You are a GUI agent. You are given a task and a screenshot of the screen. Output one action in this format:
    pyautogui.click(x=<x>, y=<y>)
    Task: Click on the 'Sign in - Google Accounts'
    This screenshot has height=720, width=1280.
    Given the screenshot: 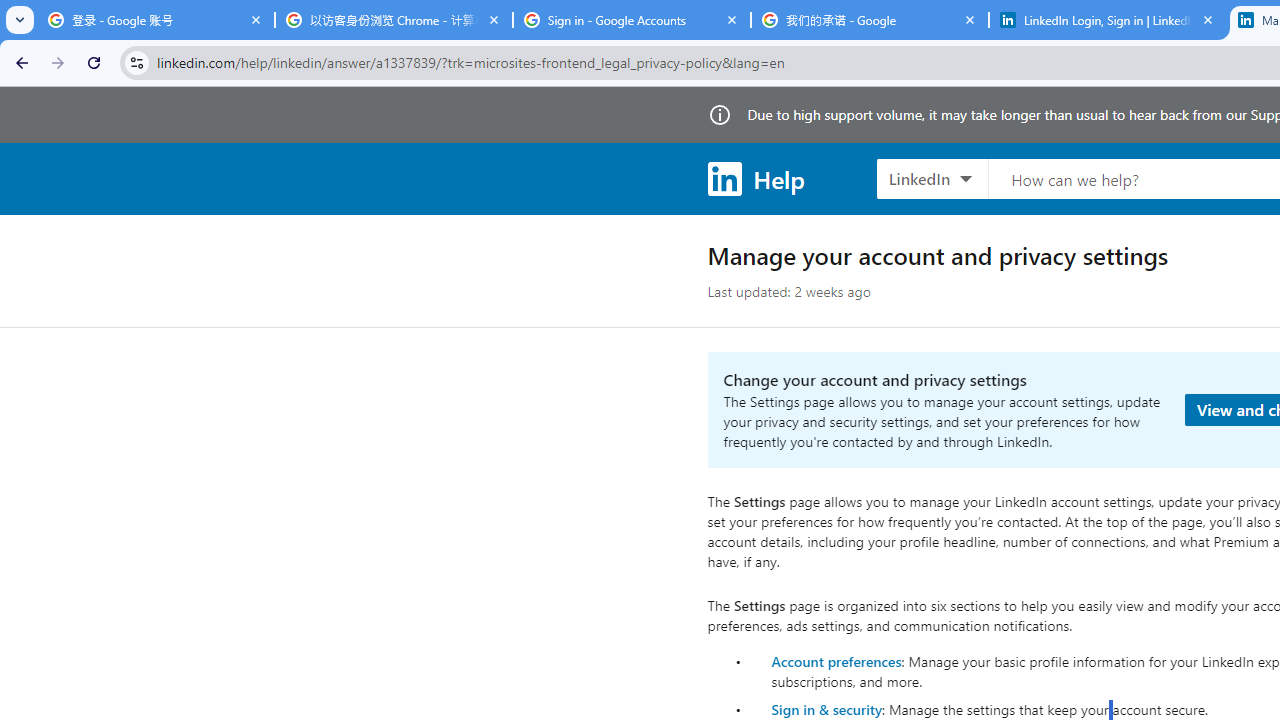 What is the action you would take?
    pyautogui.click(x=631, y=20)
    